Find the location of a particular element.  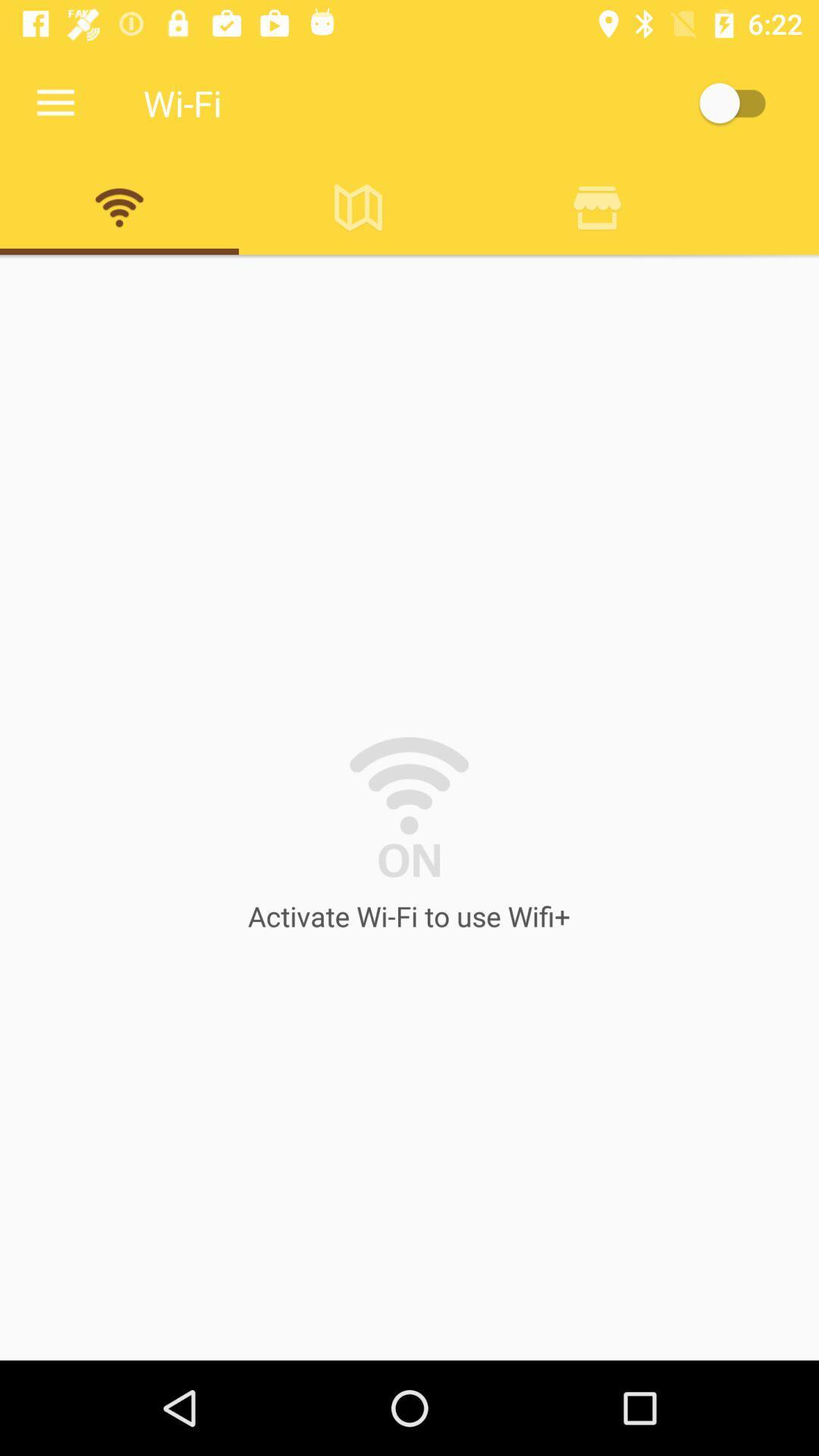

delect button is located at coordinates (596, 206).